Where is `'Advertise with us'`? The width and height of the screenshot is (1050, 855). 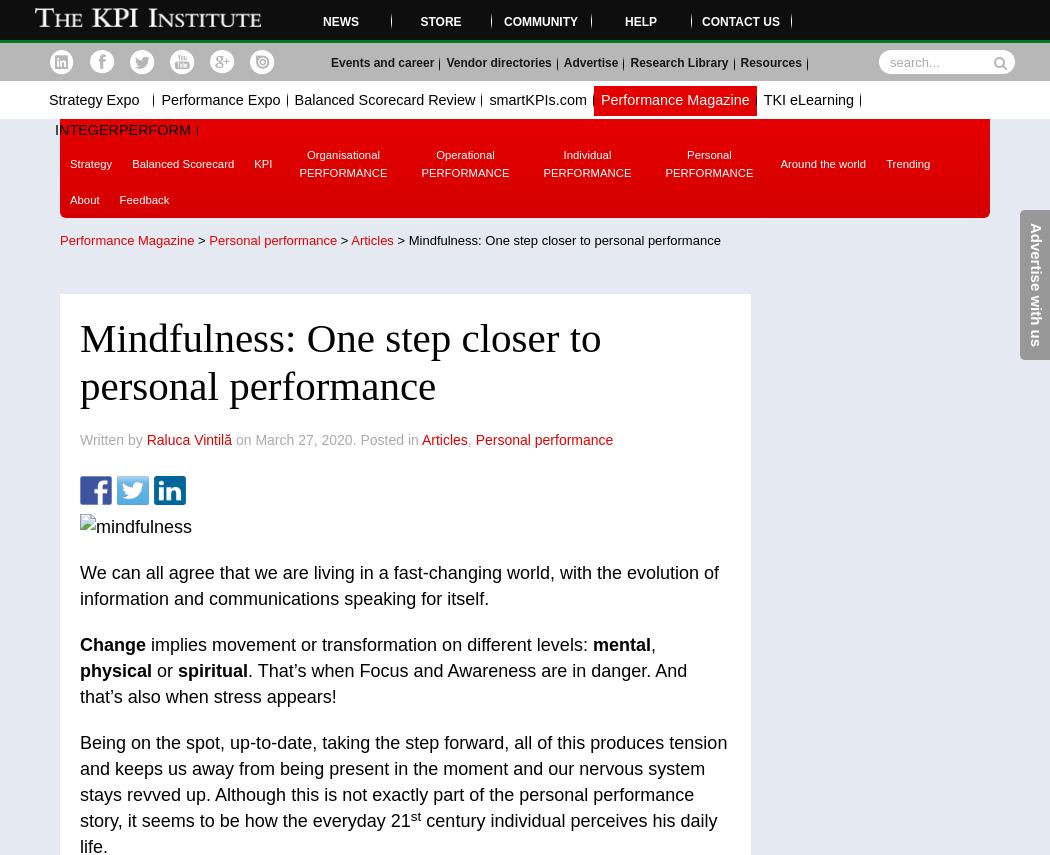 'Advertise with us' is located at coordinates (1026, 284).